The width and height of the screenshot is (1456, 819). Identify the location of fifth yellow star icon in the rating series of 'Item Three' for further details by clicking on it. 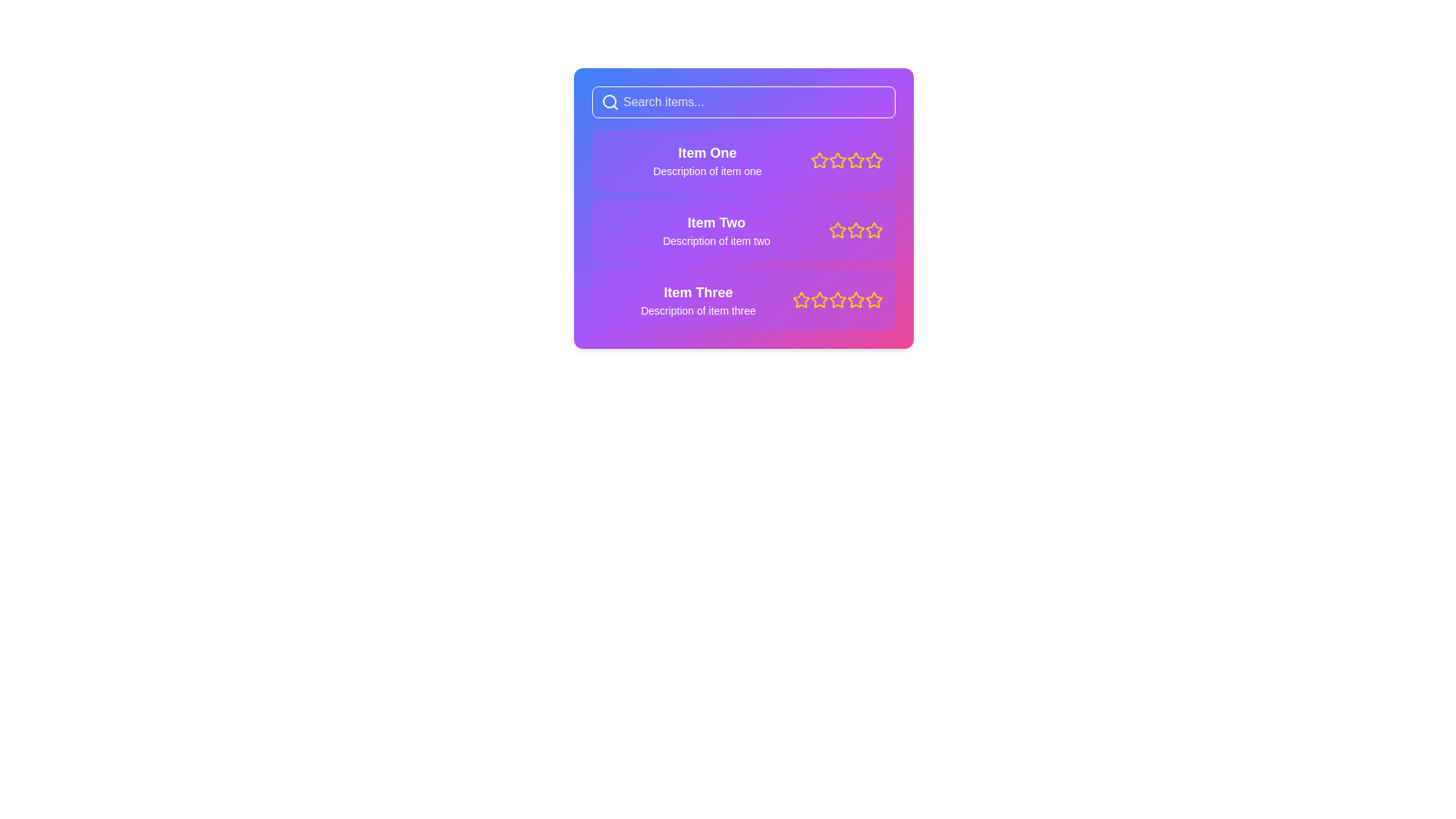
(855, 299).